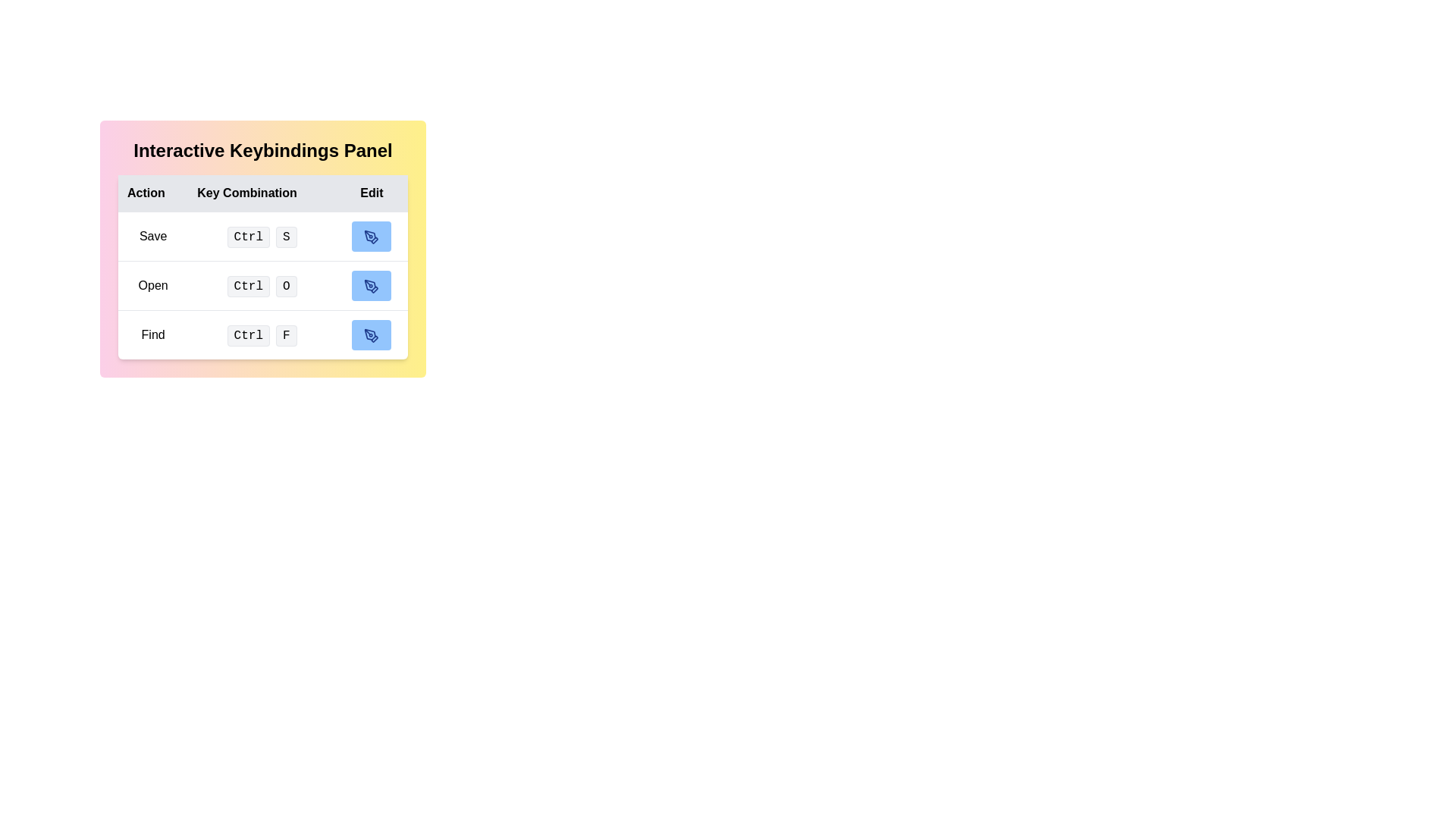  Describe the element at coordinates (372, 286) in the screenshot. I see `the edit button in the last column of the table associated with the 'Open' action` at that location.